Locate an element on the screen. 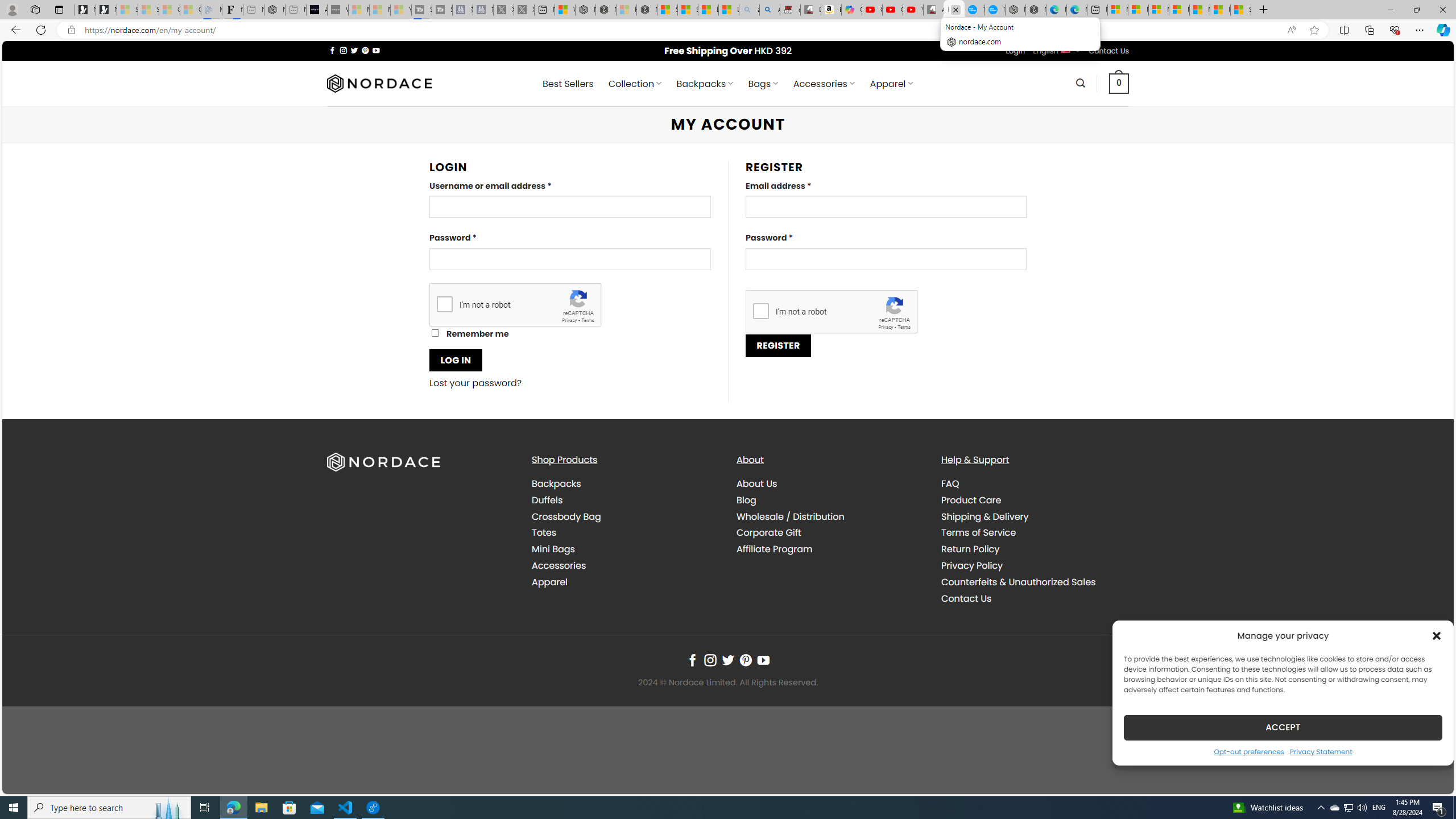 The width and height of the screenshot is (1456, 819). 'The most popular Google ' is located at coordinates (994, 9).